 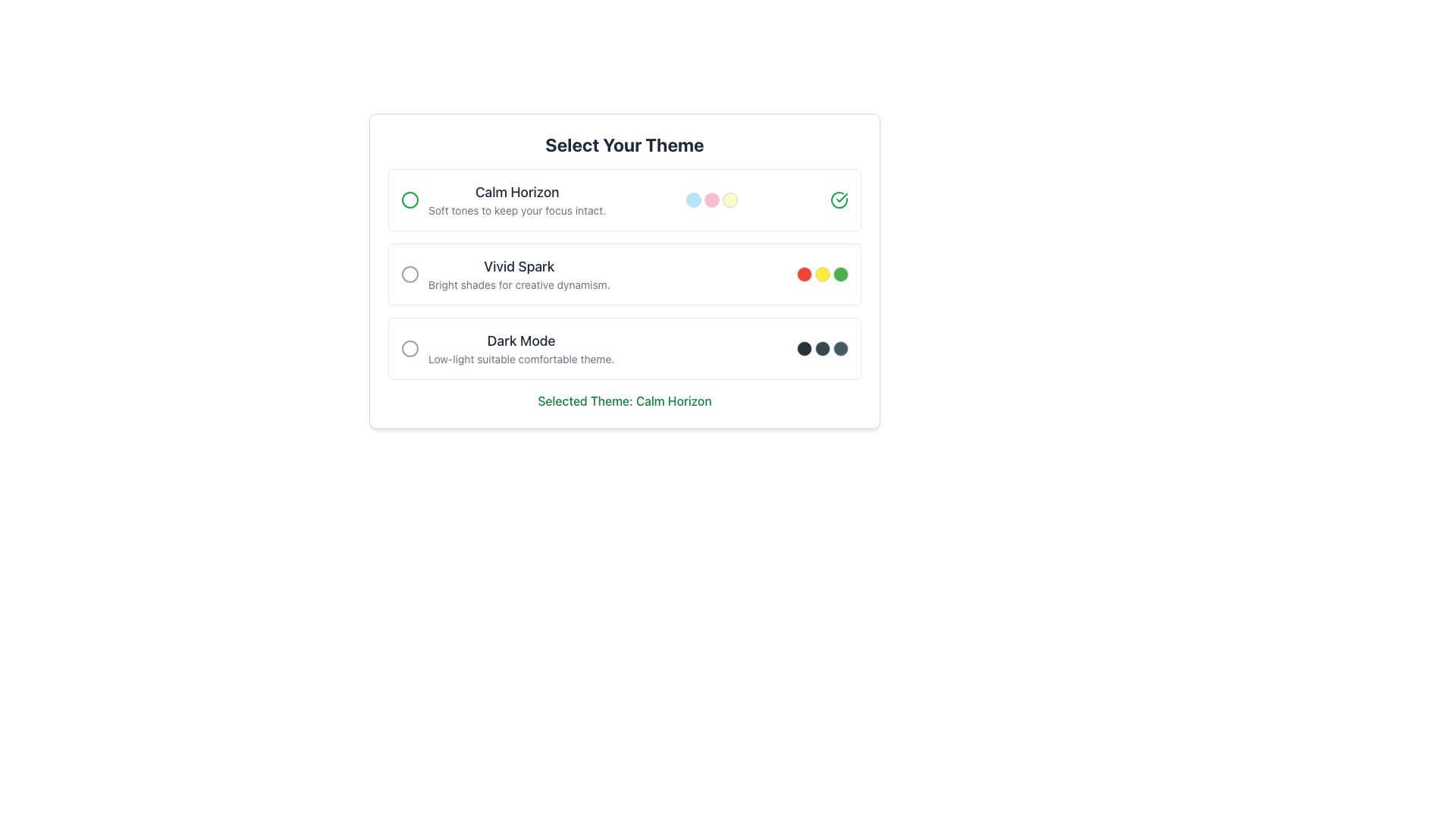 I want to click on the visual indicator icon that confirms the selection of the 'Calm Horizon' theme option, so click(x=841, y=197).